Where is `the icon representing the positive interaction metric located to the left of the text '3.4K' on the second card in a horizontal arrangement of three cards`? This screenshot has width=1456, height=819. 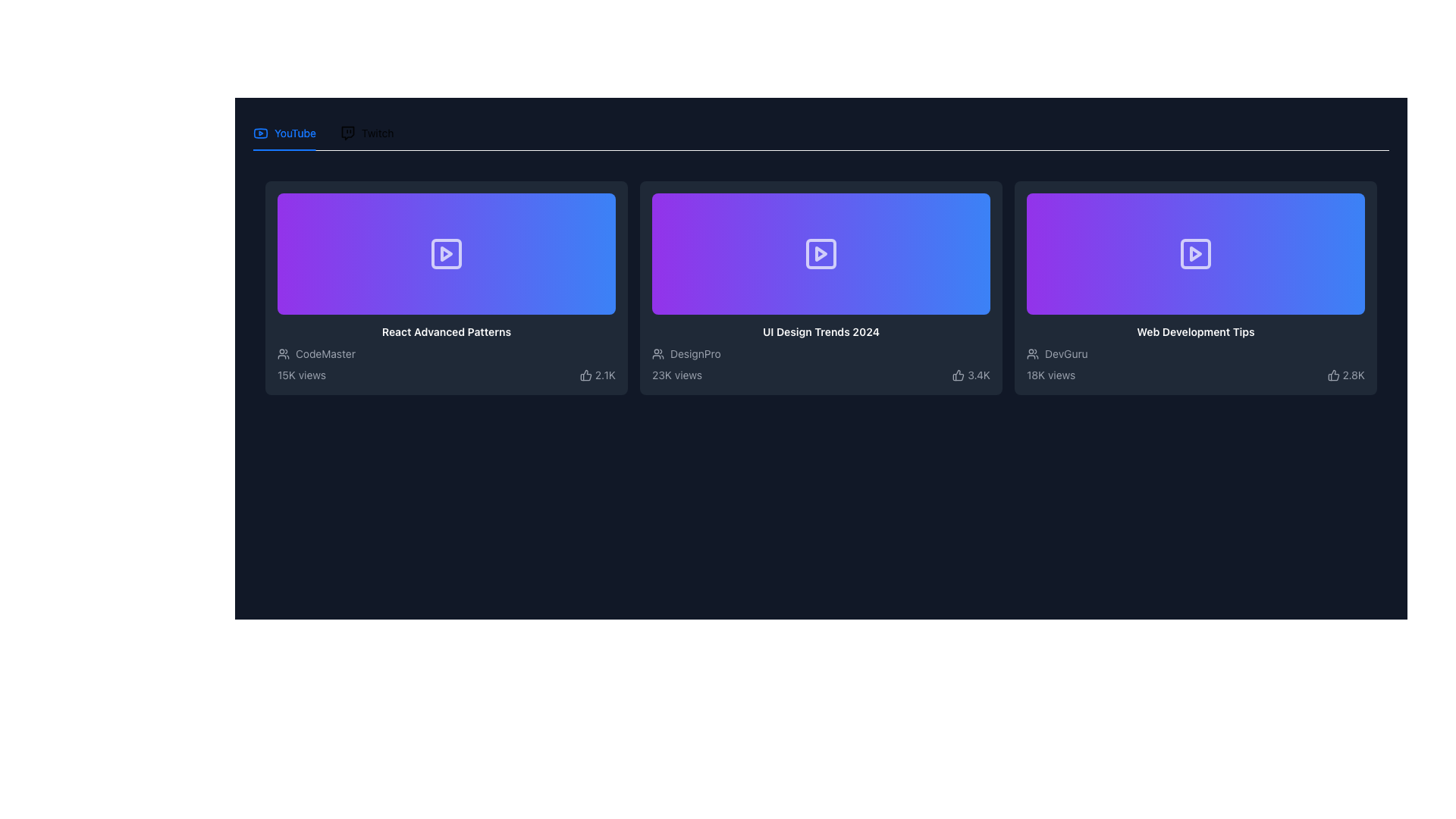 the icon representing the positive interaction metric located to the left of the text '3.4K' on the second card in a horizontal arrangement of three cards is located at coordinates (958, 375).